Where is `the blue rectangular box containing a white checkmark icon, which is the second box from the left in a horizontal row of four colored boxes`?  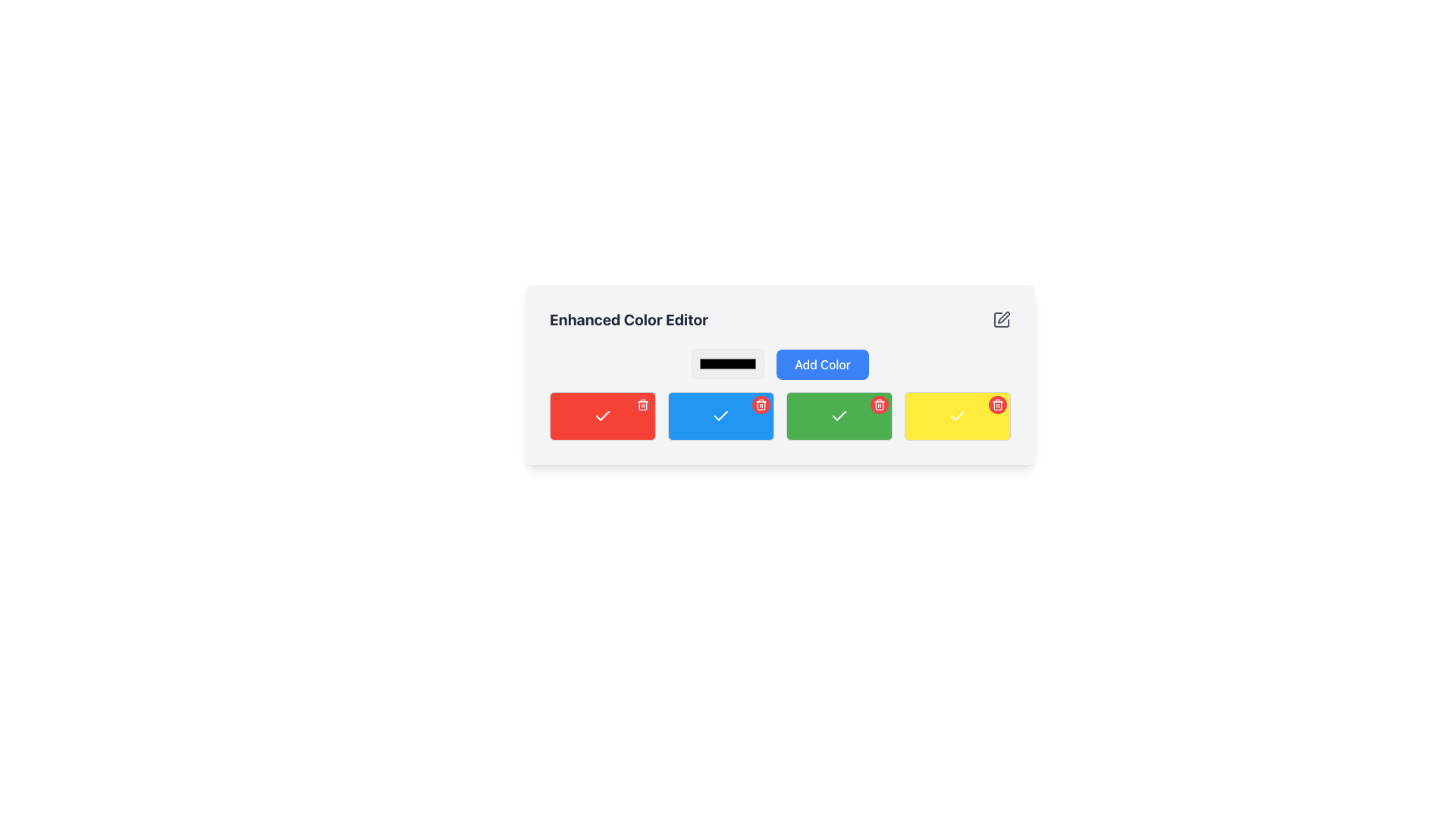
the blue rectangular box containing a white checkmark icon, which is the second box from the left in a horizontal row of four colored boxes is located at coordinates (720, 416).